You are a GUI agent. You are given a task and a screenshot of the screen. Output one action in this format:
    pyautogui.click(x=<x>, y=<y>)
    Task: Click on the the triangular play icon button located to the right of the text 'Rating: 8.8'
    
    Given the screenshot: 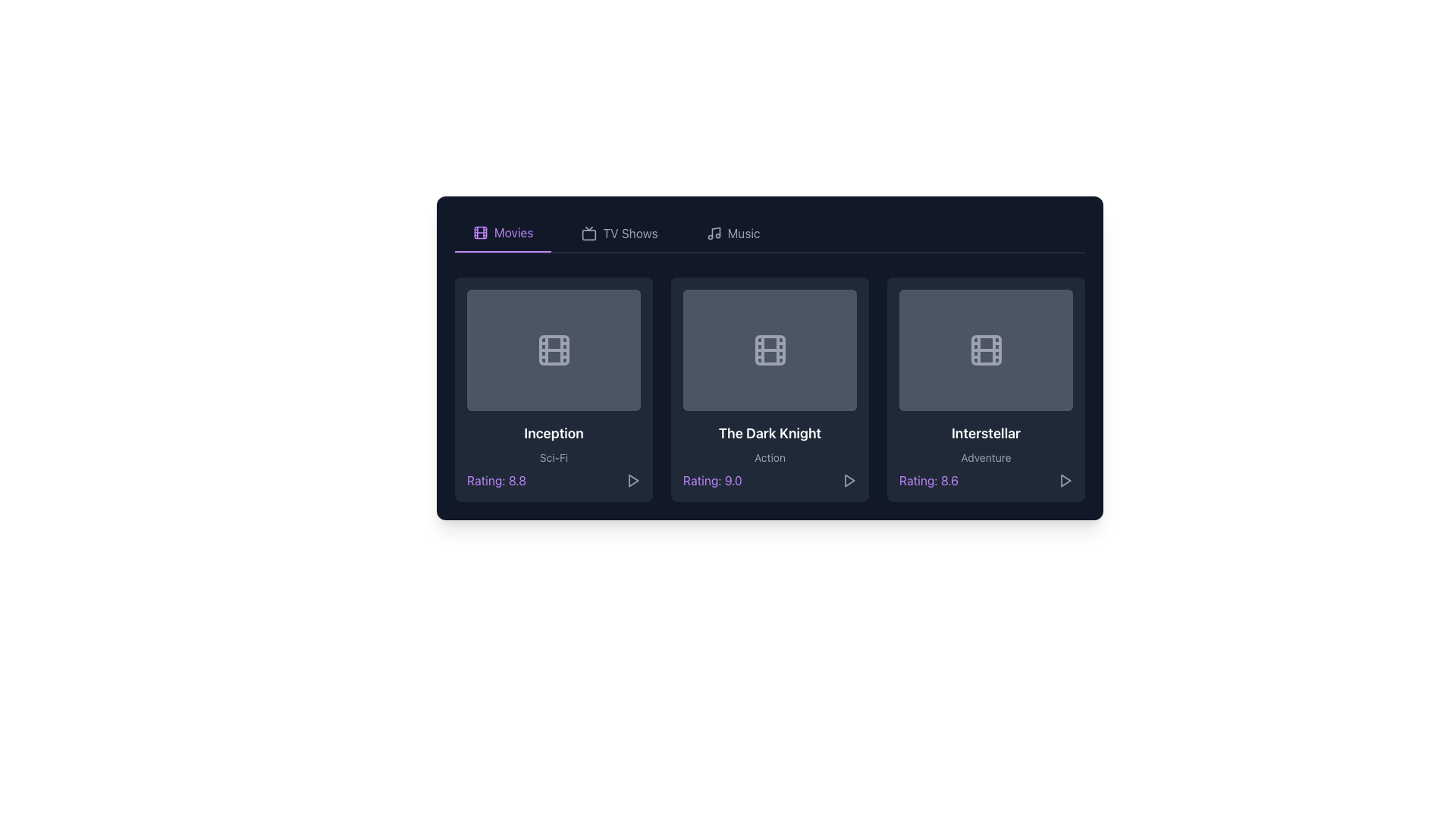 What is the action you would take?
    pyautogui.click(x=633, y=480)
    